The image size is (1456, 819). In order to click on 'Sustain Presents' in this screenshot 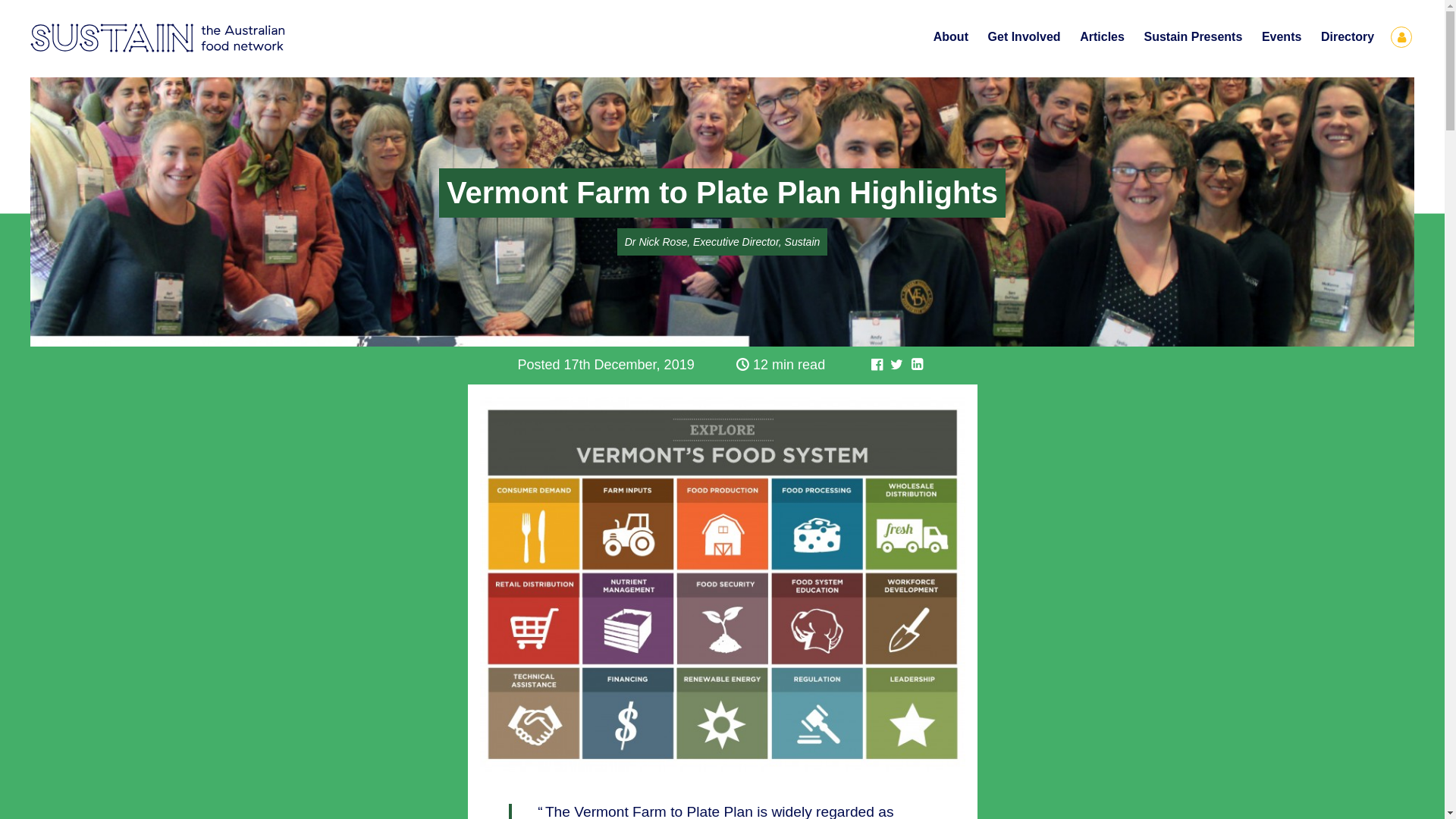, I will do `click(1192, 36)`.